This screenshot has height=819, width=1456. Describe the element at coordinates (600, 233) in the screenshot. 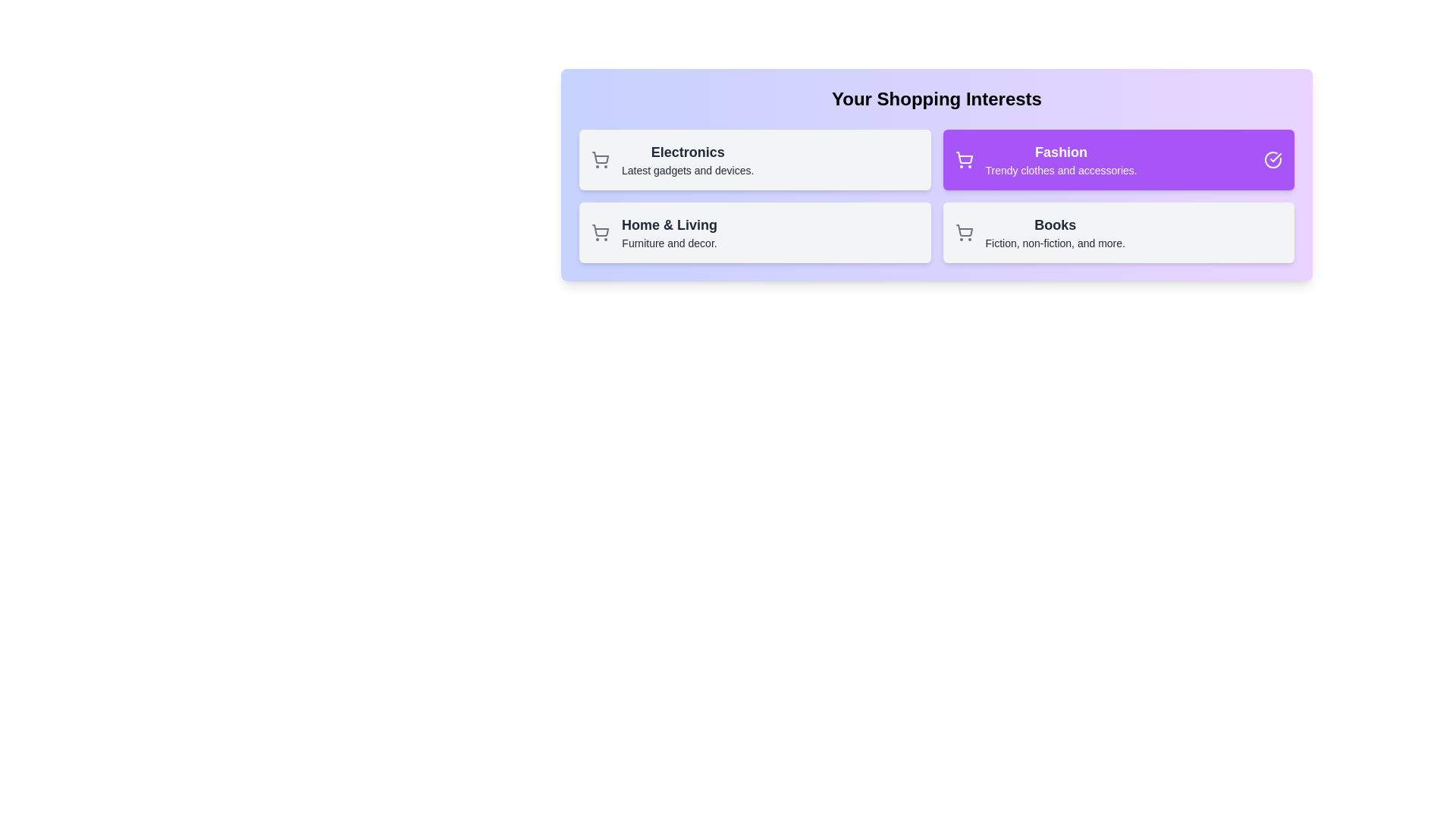

I see `the icon for the category Home & Living to toggle its state` at that location.